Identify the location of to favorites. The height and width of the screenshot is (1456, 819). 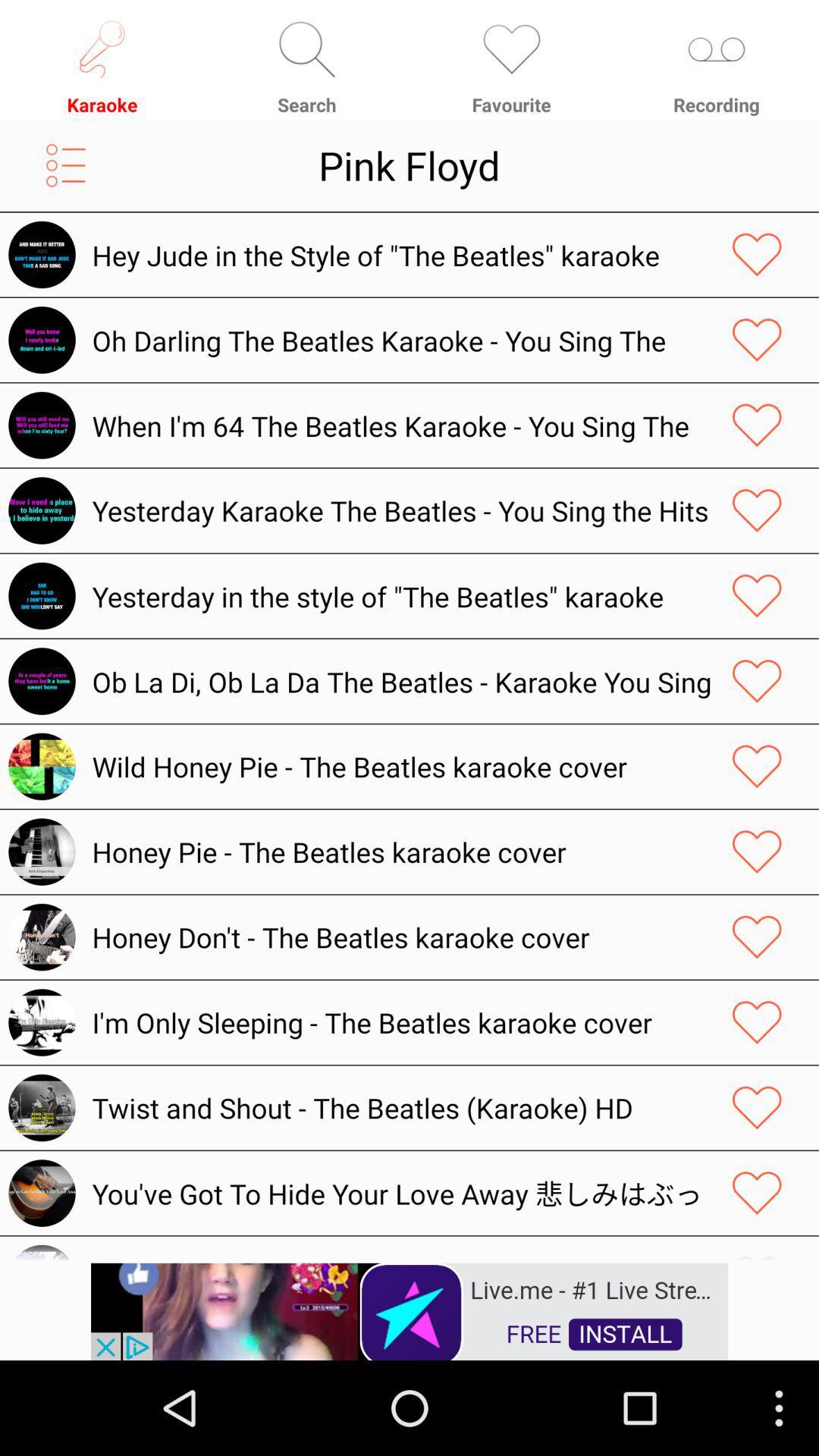
(757, 937).